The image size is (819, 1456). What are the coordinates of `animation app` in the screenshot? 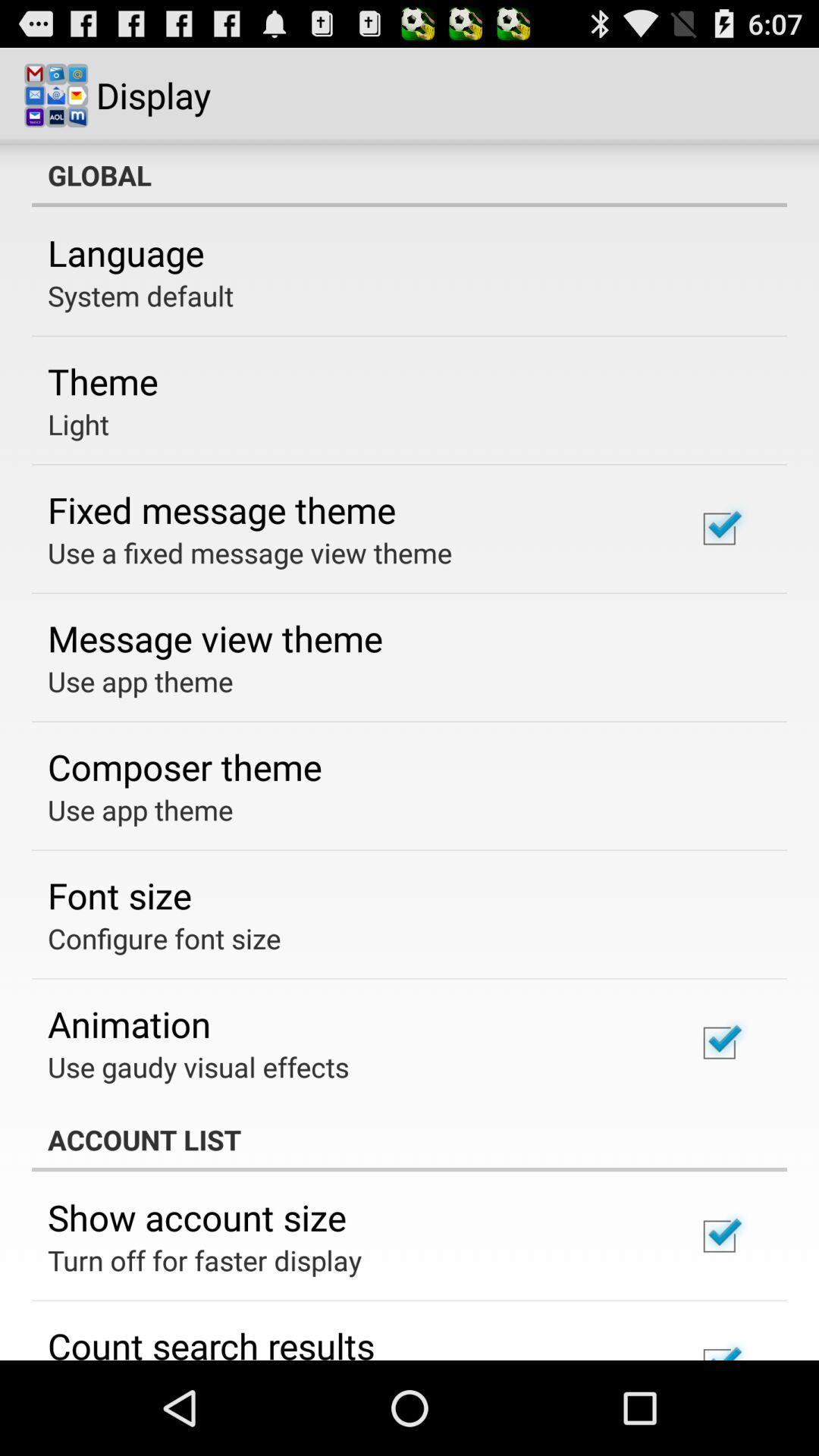 It's located at (128, 1024).